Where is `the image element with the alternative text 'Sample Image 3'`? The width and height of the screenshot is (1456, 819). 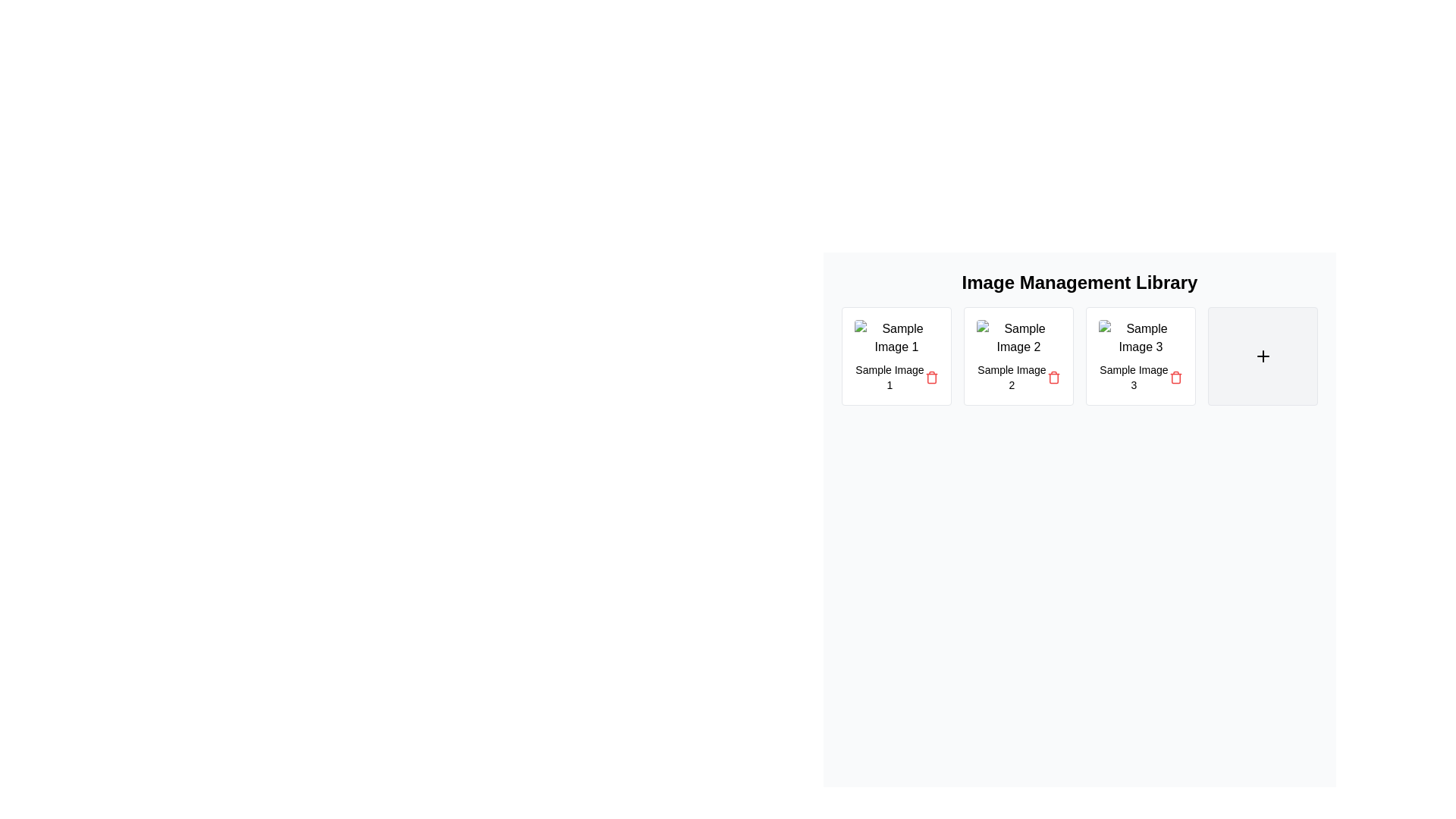 the image element with the alternative text 'Sample Image 3' is located at coordinates (1141, 337).